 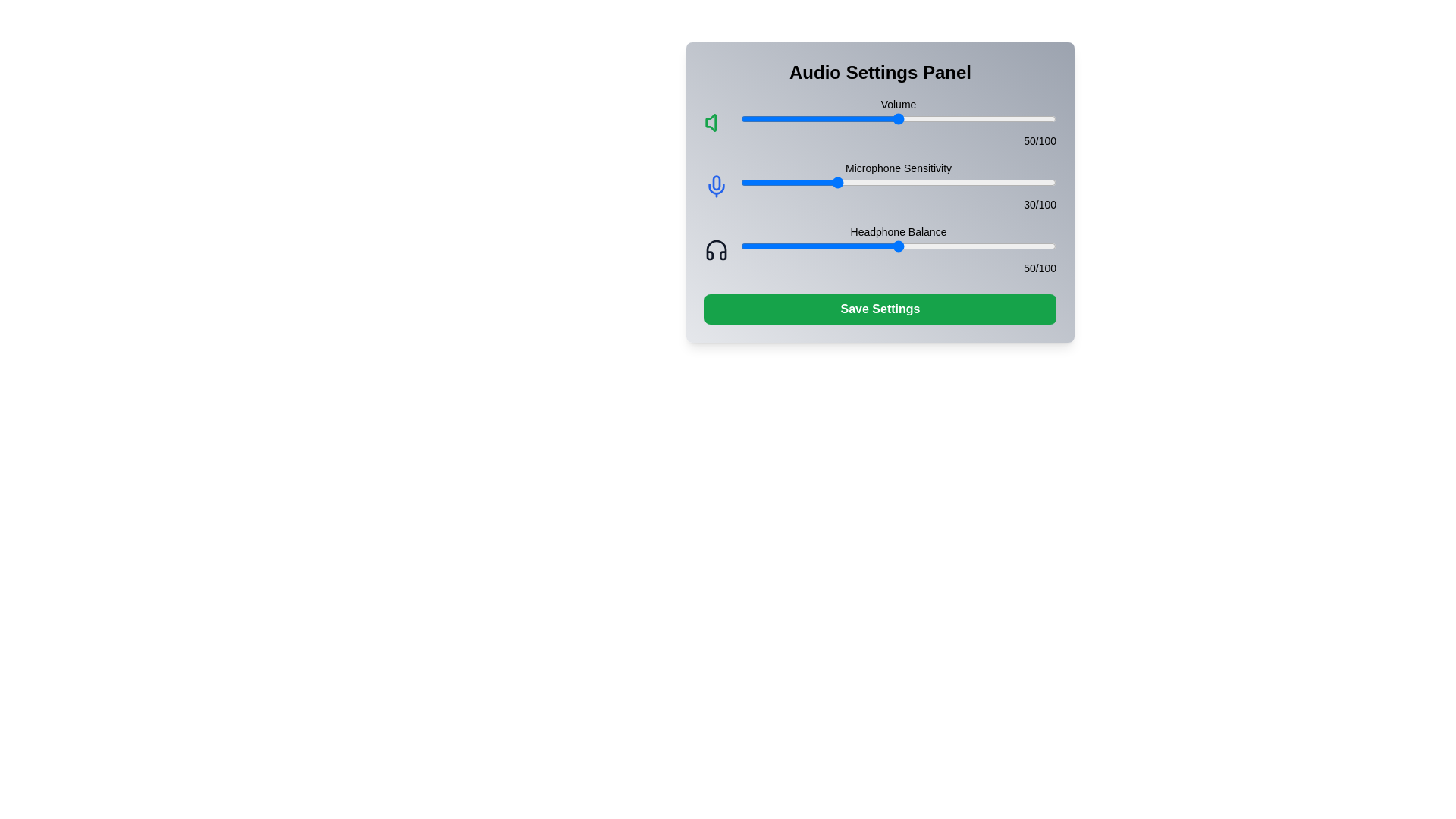 I want to click on the microphone sensitivity, so click(x=818, y=181).